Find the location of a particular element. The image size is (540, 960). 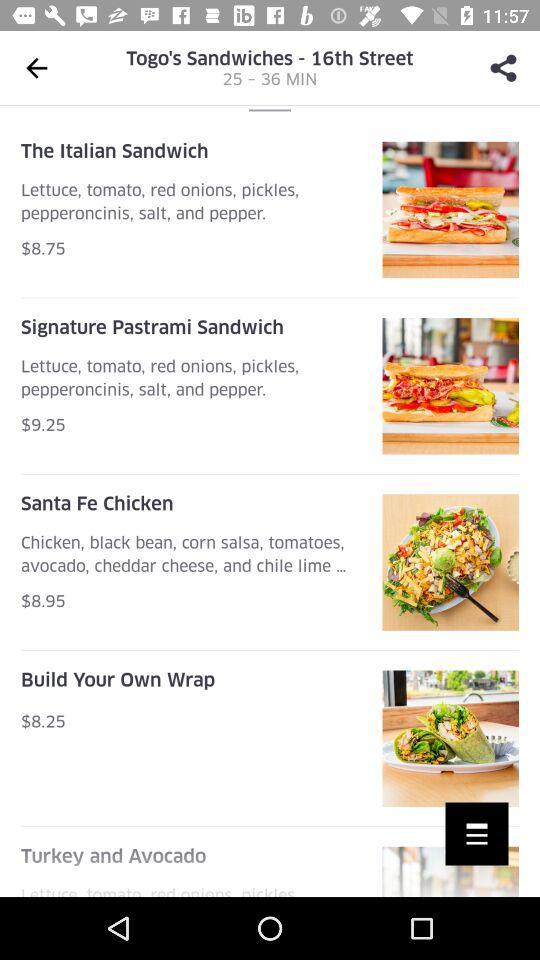

the share icon is located at coordinates (502, 68).